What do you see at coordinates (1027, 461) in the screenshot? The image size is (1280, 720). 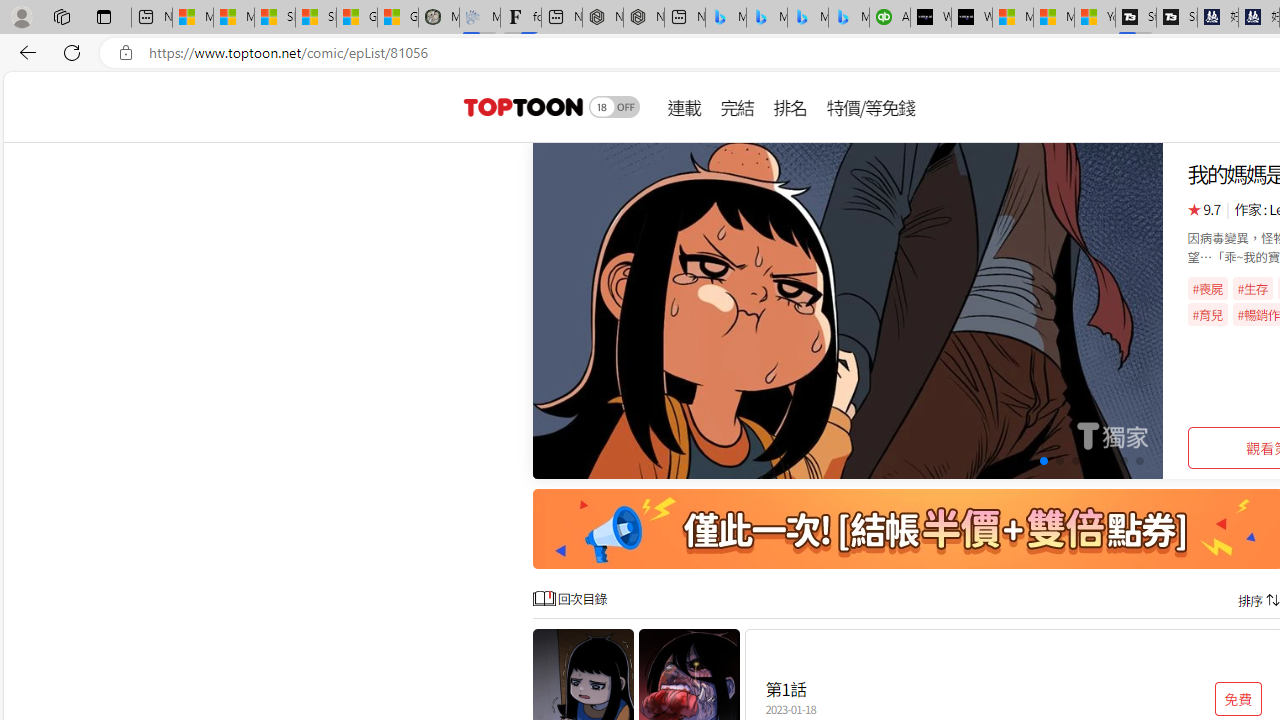 I see `'Go to slide 3'` at bounding box center [1027, 461].